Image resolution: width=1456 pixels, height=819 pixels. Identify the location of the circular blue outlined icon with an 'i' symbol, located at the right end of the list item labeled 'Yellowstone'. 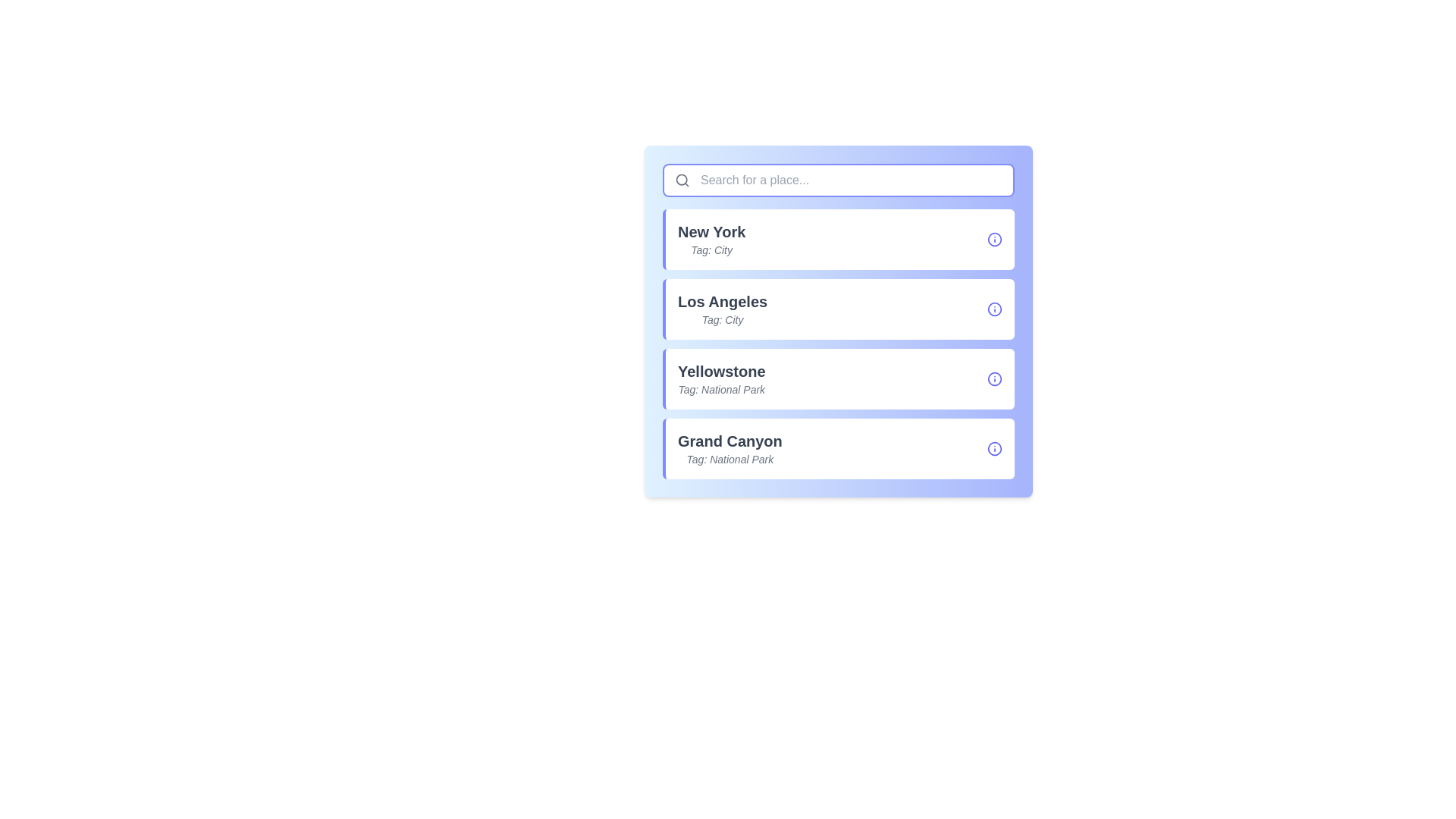
(994, 378).